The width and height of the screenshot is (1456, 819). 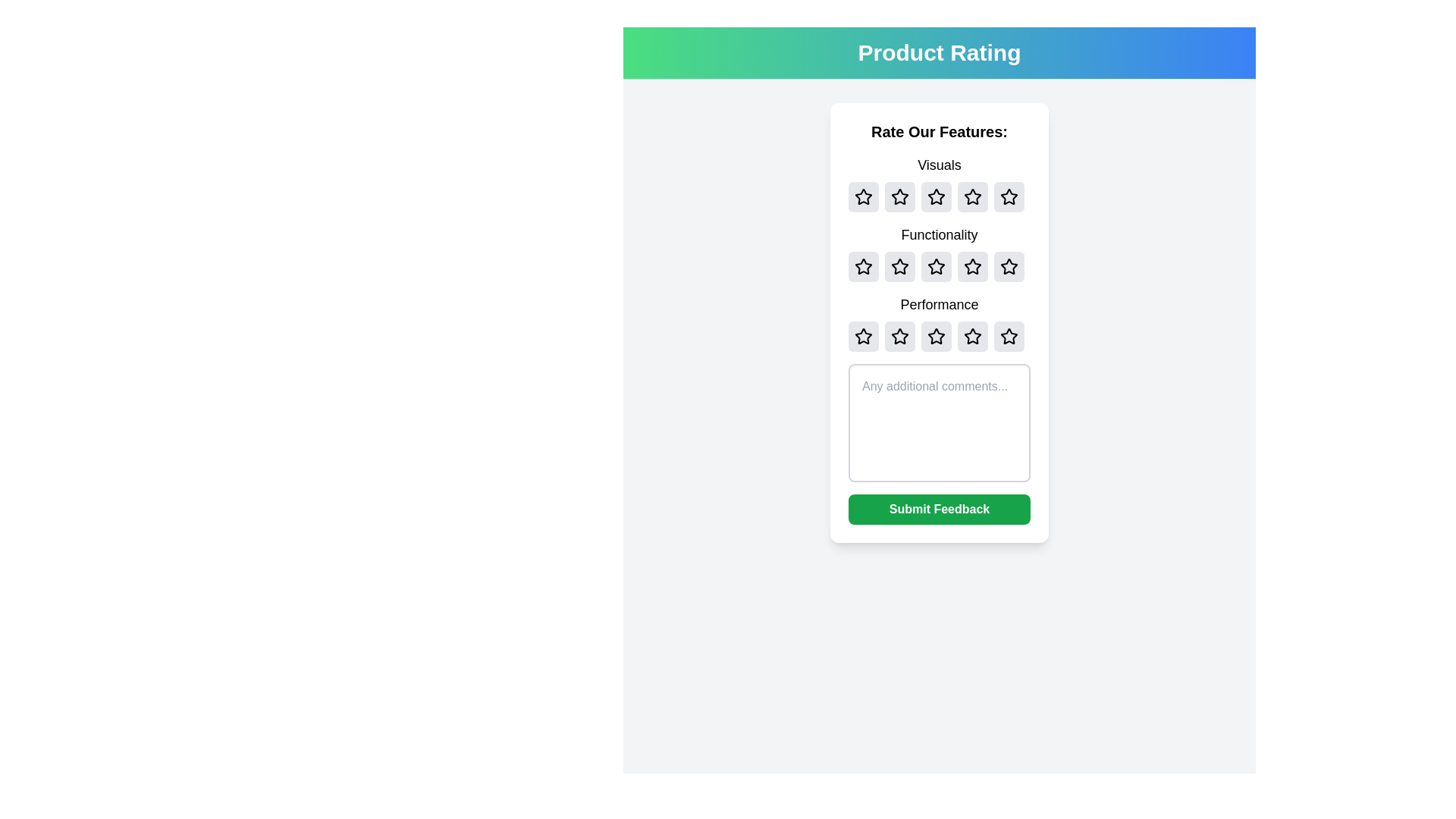 What do you see at coordinates (1008, 335) in the screenshot?
I see `the fifth star in the 'Performance' row of the rating interface` at bounding box center [1008, 335].